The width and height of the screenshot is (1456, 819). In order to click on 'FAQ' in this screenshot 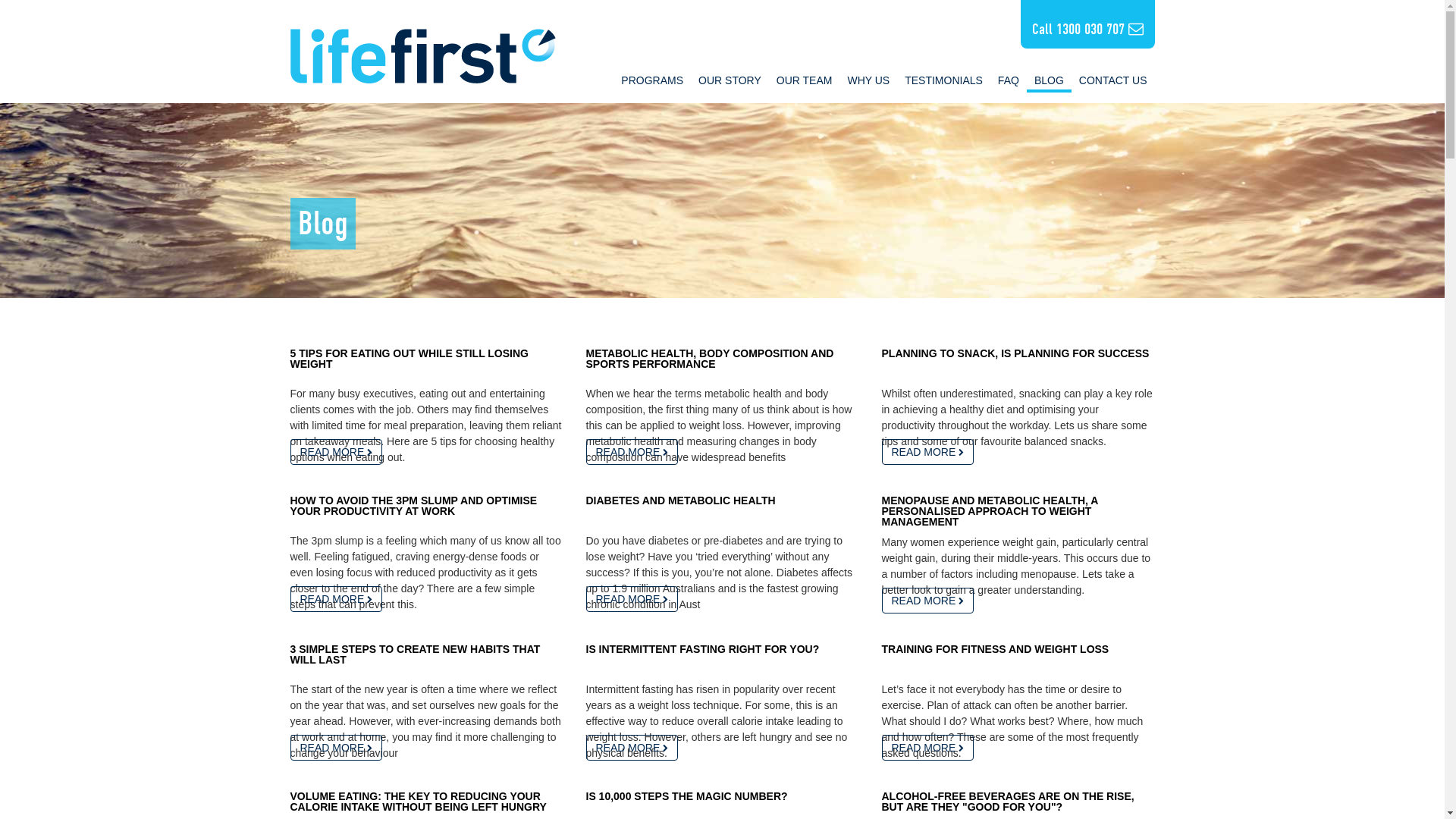, I will do `click(1008, 80)`.